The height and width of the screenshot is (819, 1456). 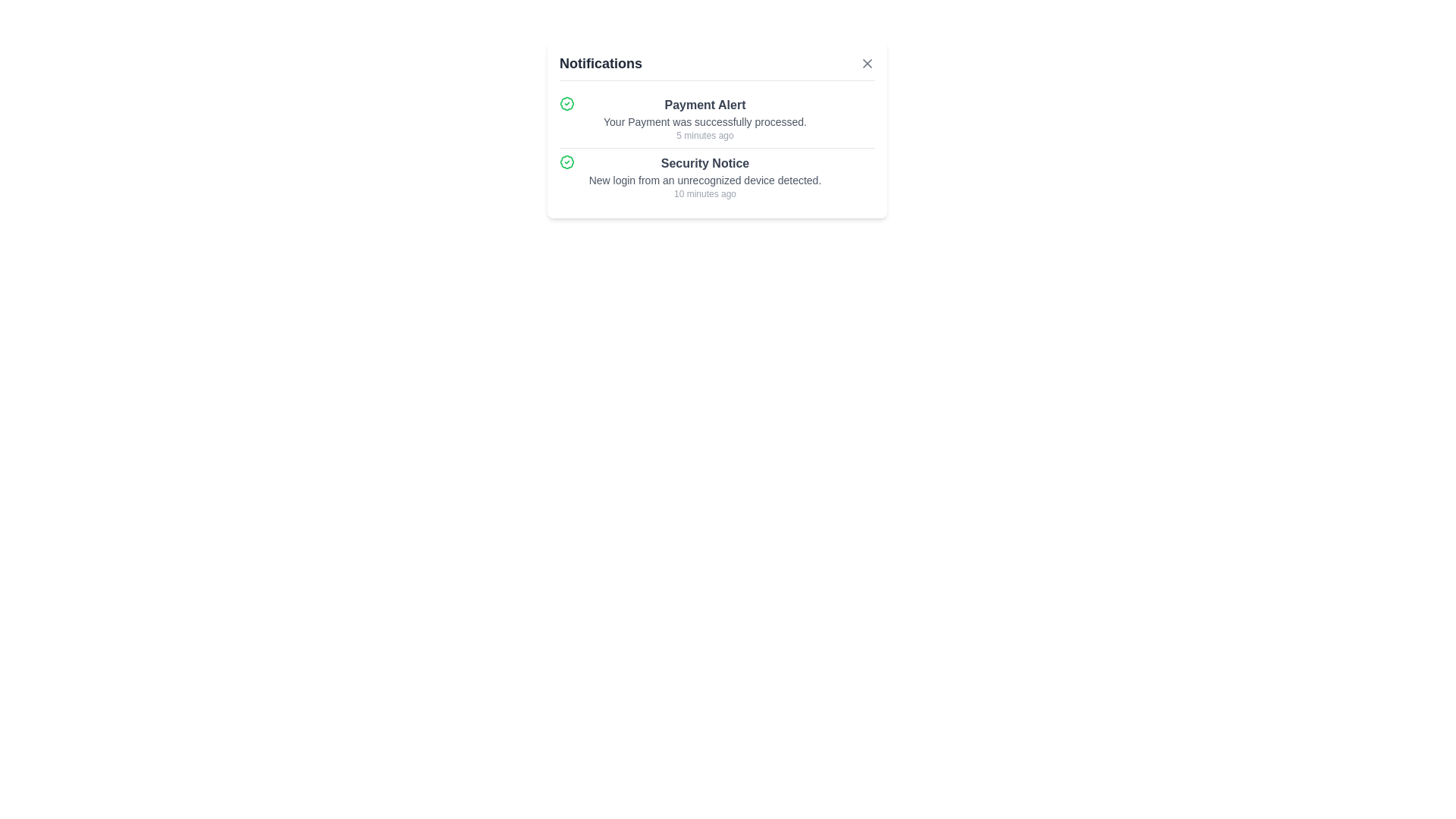 What do you see at coordinates (867, 63) in the screenshot?
I see `the graphical representation of the 'X' icon located in the top-right corner of the Notifications panel, which is used to close or dismiss the panel` at bounding box center [867, 63].